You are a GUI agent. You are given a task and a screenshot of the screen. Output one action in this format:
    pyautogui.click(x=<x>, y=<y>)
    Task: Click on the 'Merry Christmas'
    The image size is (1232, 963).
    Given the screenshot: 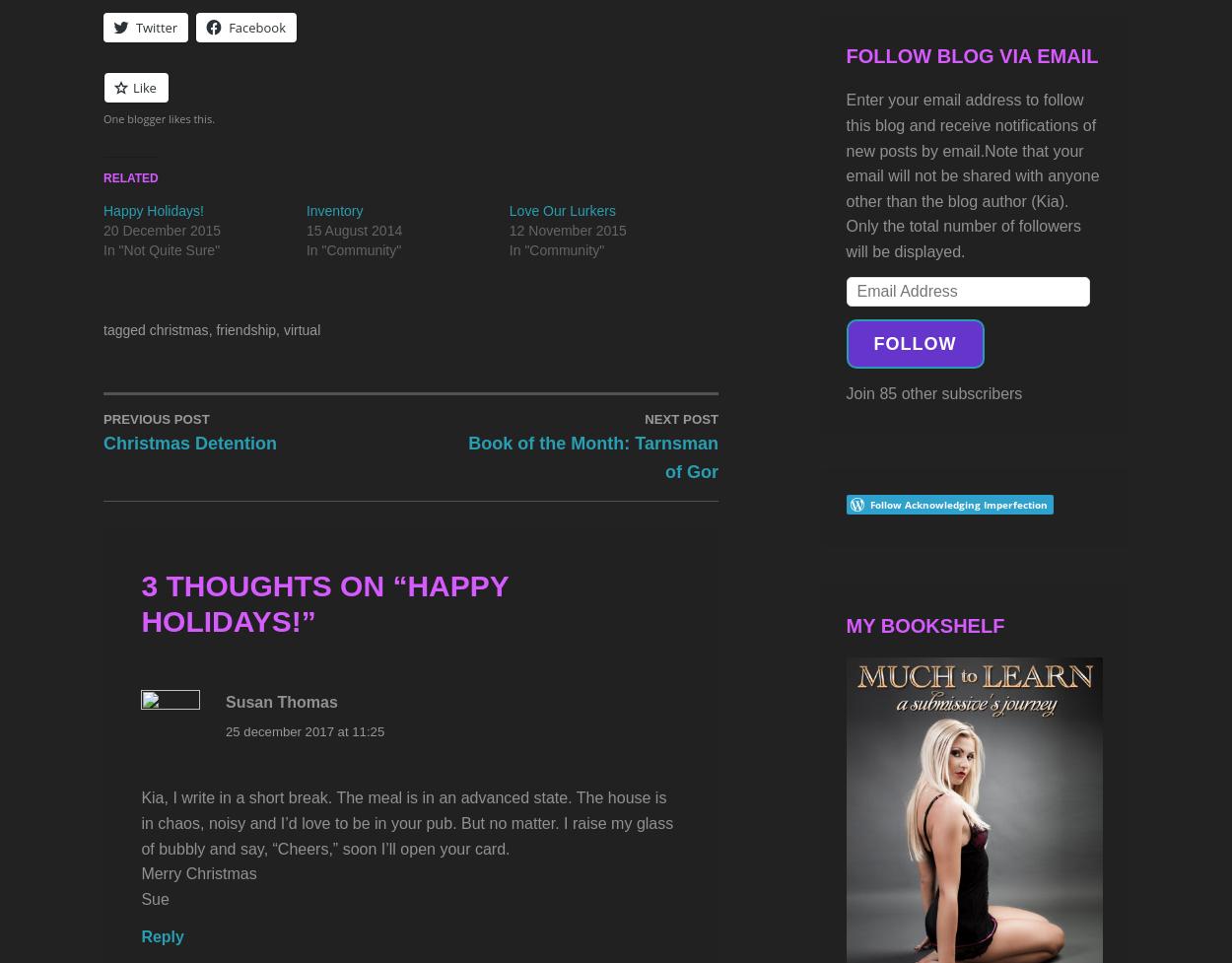 What is the action you would take?
    pyautogui.click(x=197, y=872)
    